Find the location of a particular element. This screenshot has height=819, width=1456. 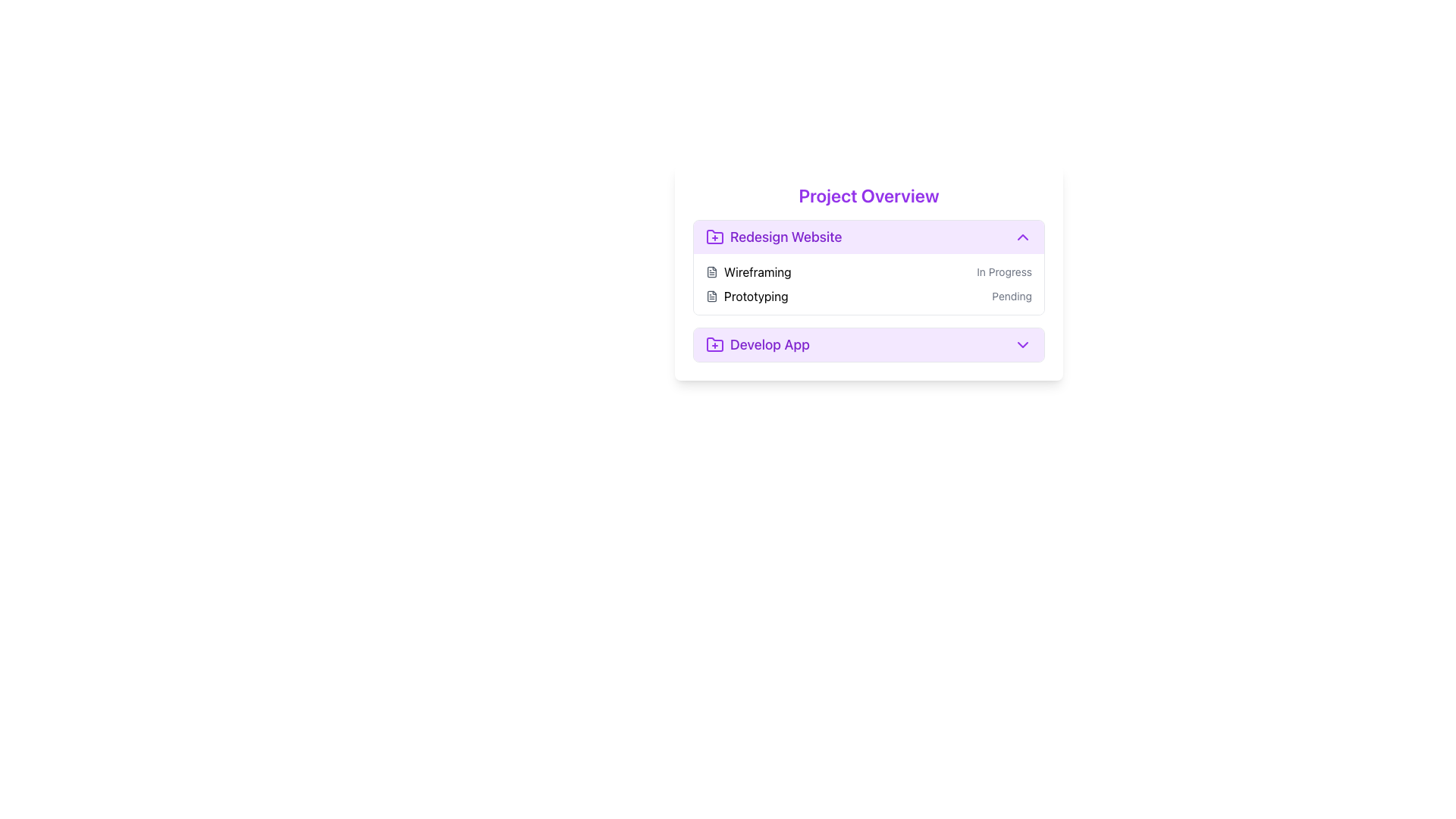

the 'Wireframing' text label is located at coordinates (748, 271).